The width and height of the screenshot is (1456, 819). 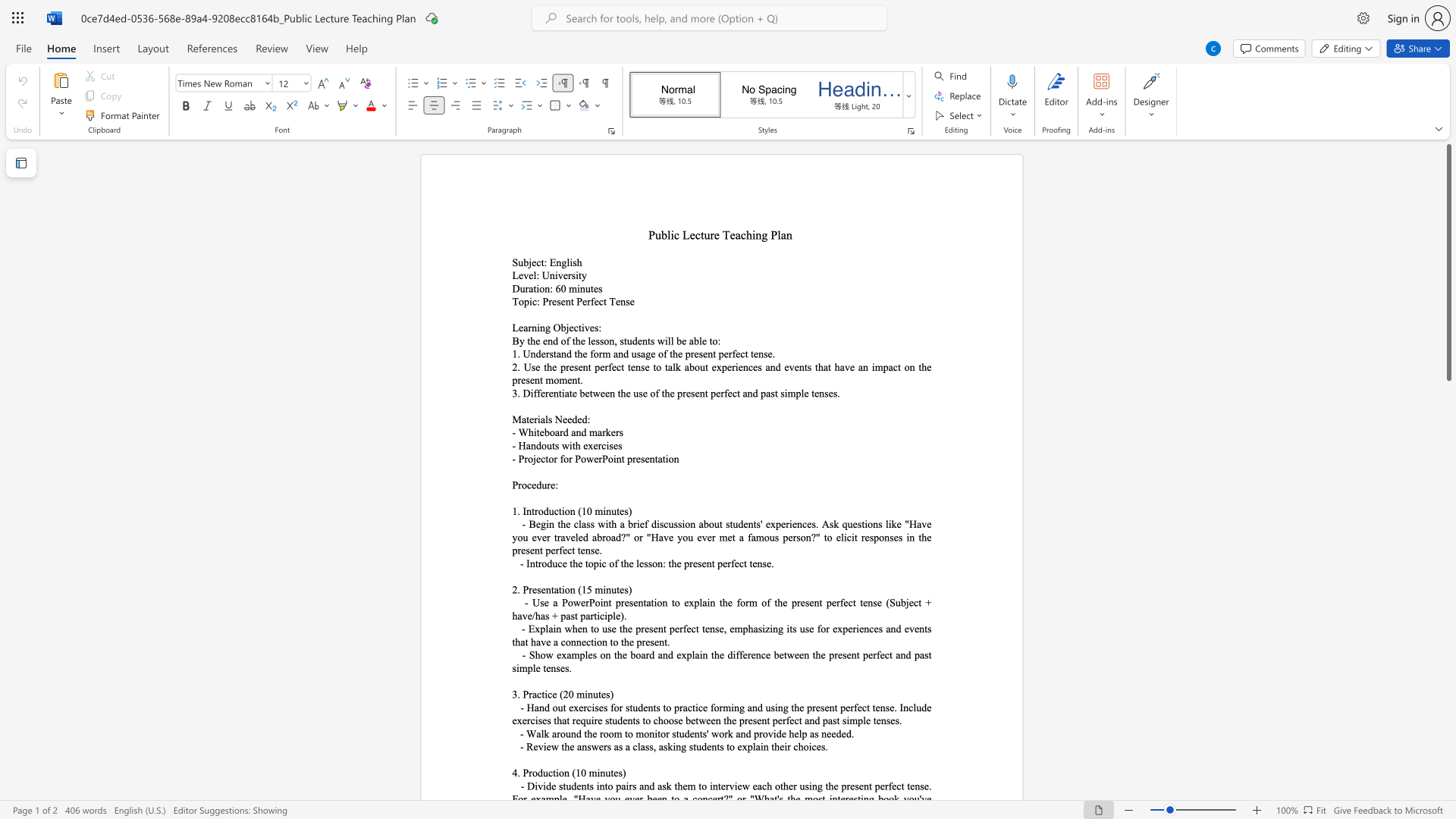 I want to click on the 1th character "T" in the text, so click(x=725, y=234).